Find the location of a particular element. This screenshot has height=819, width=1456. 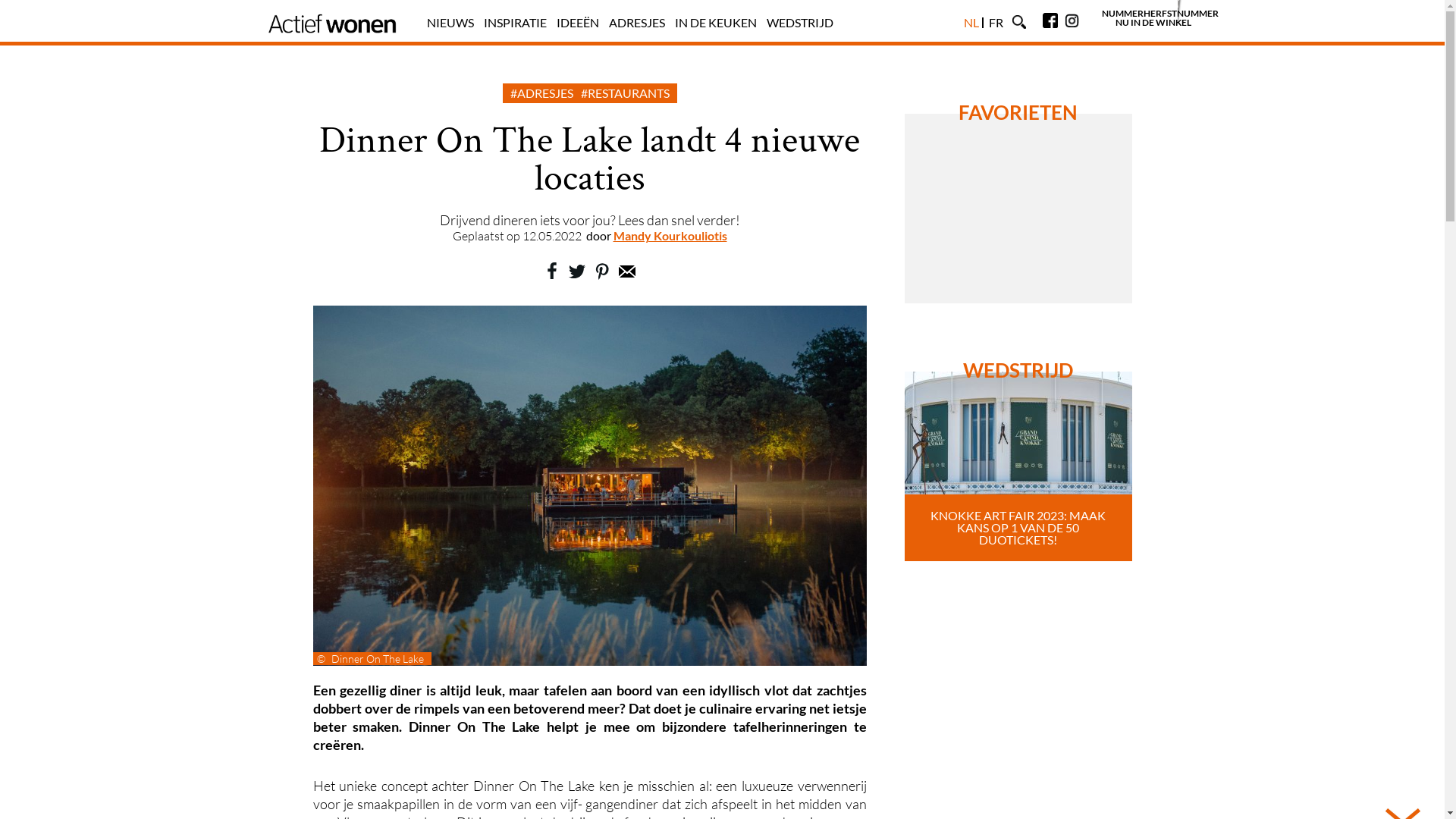

'Mandy Kourkouliotis' is located at coordinates (669, 235).